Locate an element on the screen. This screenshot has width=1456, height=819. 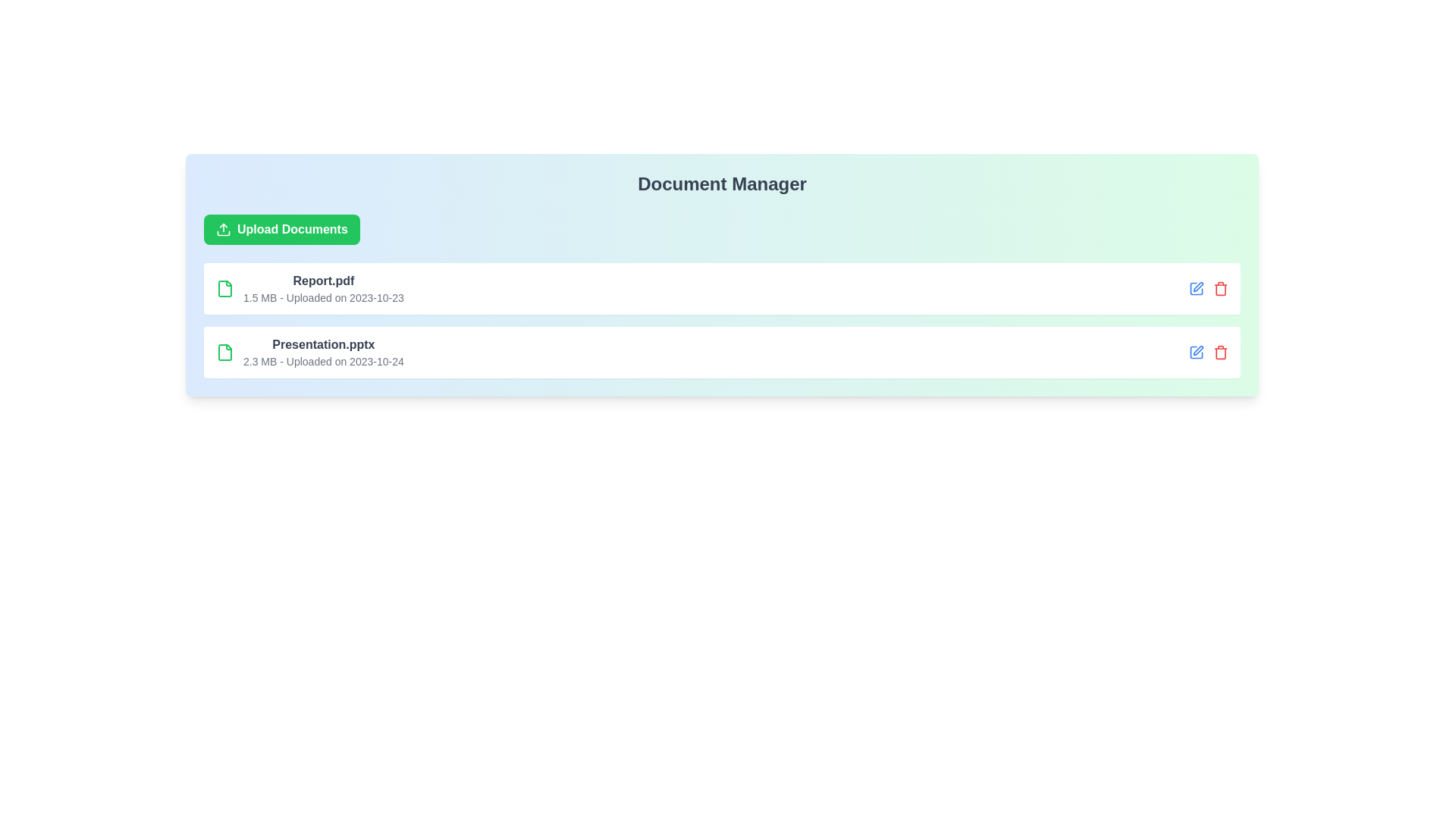
the green document outline icon located at the left edge of the 'Presentation.pptx' row in the document manager interface is located at coordinates (224, 353).